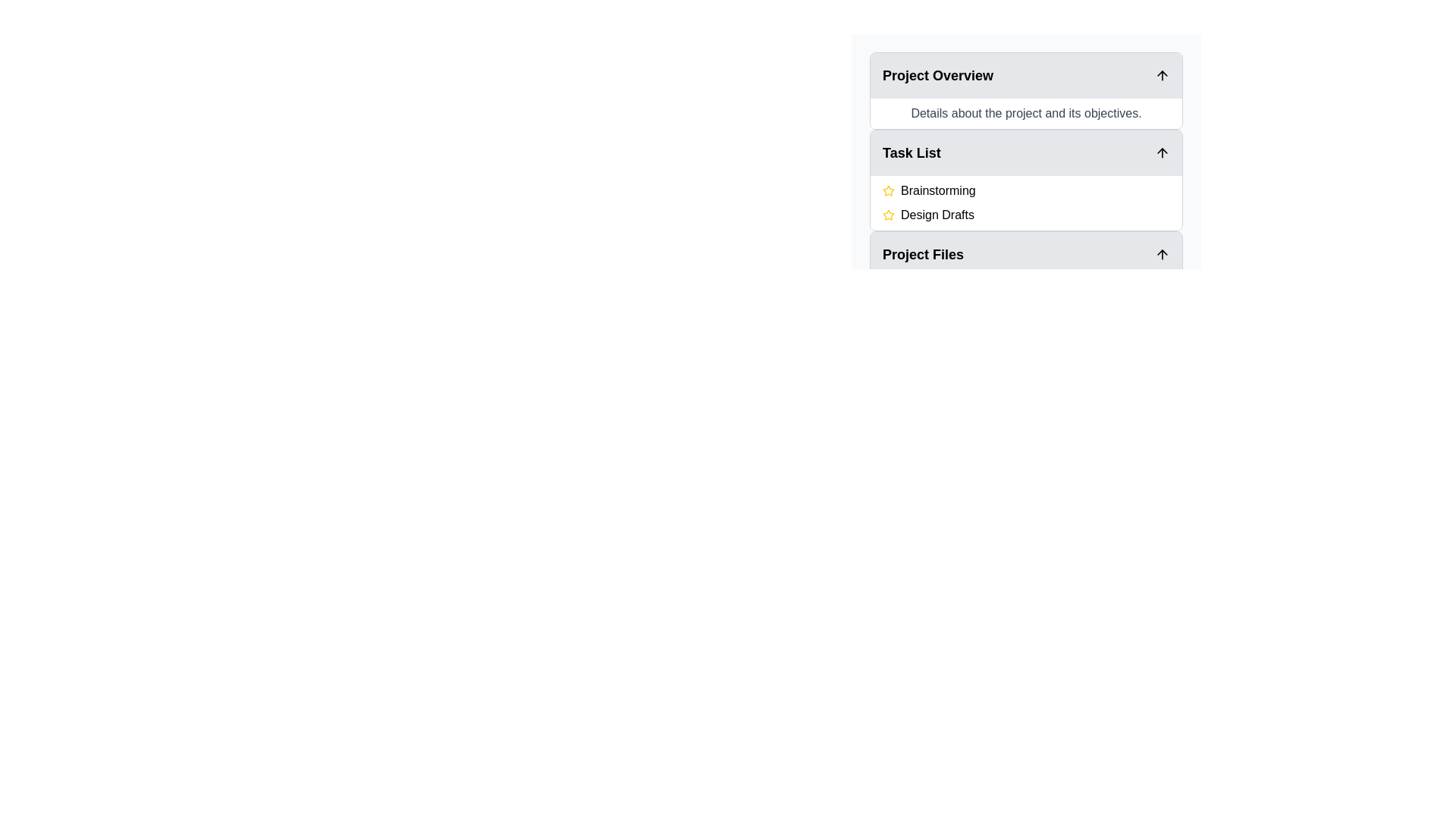  I want to click on the star icon, so click(888, 215).